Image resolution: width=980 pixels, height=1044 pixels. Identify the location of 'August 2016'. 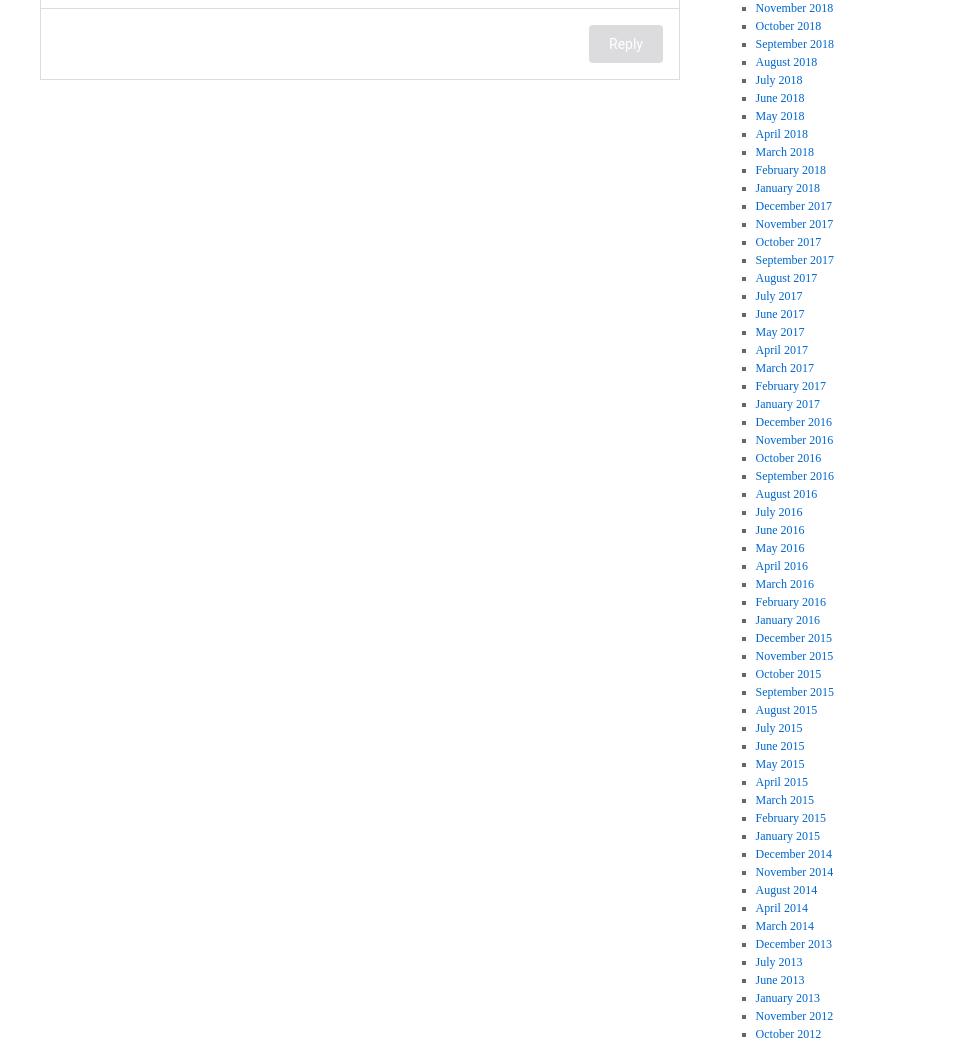
(785, 494).